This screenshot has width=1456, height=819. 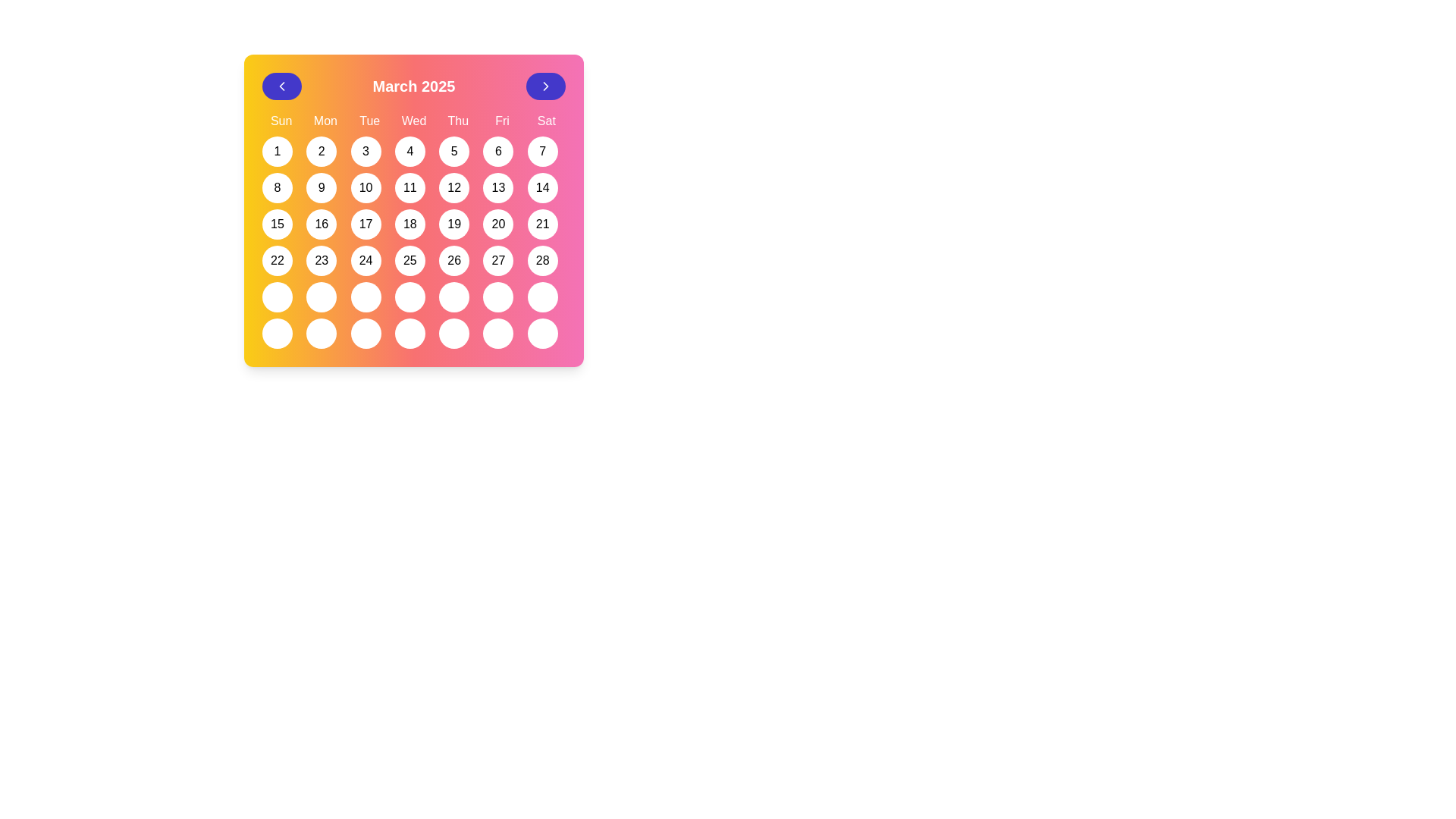 I want to click on the button representing the 27th day of March 2025 in the calendar, so click(x=498, y=259).